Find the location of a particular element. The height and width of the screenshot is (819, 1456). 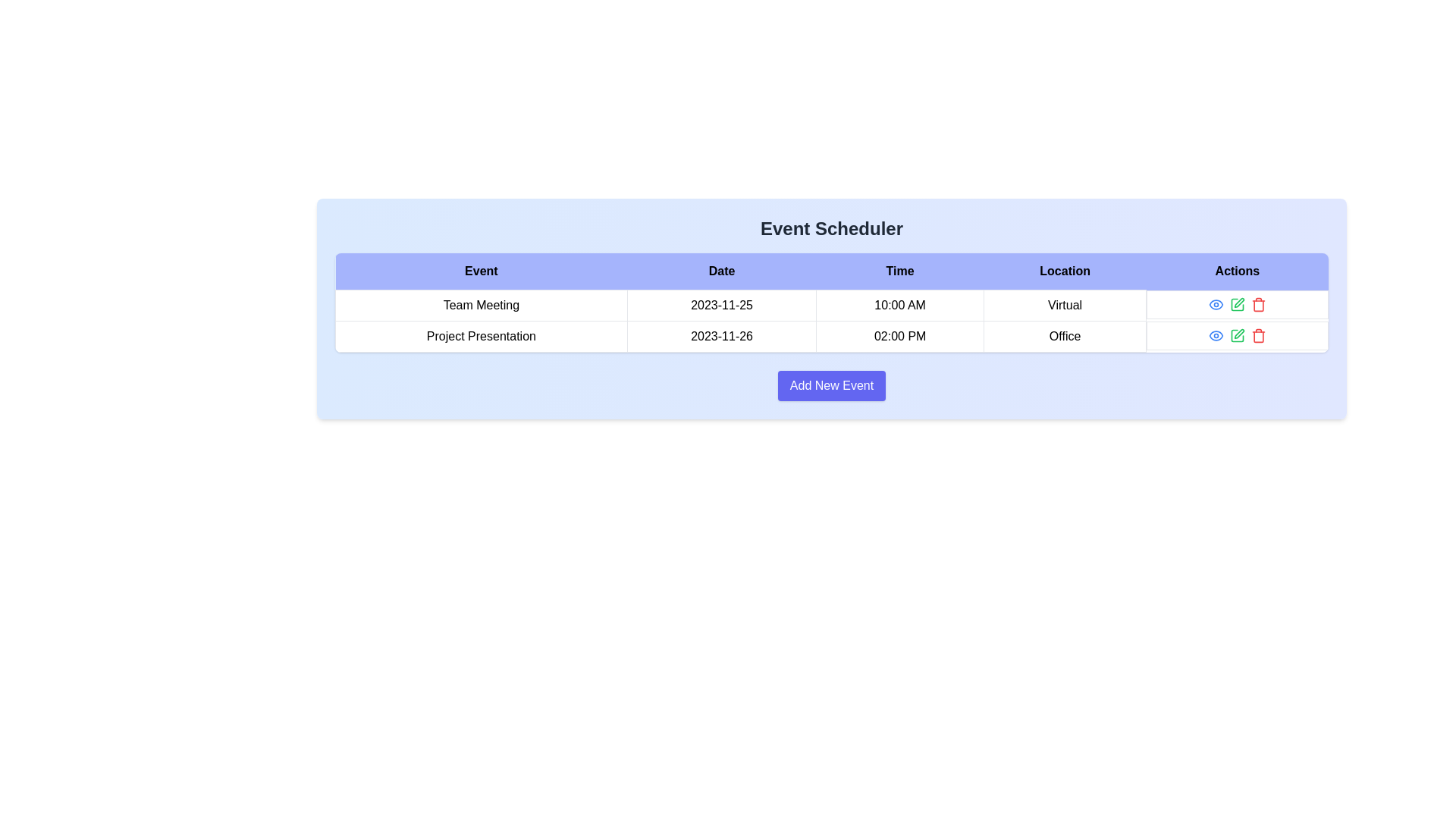

the edit icon button located in the last column of the second row of the 'Event Scheduler' table to initiate editing for the 'Project Presentation' entry is located at coordinates (1239, 302).